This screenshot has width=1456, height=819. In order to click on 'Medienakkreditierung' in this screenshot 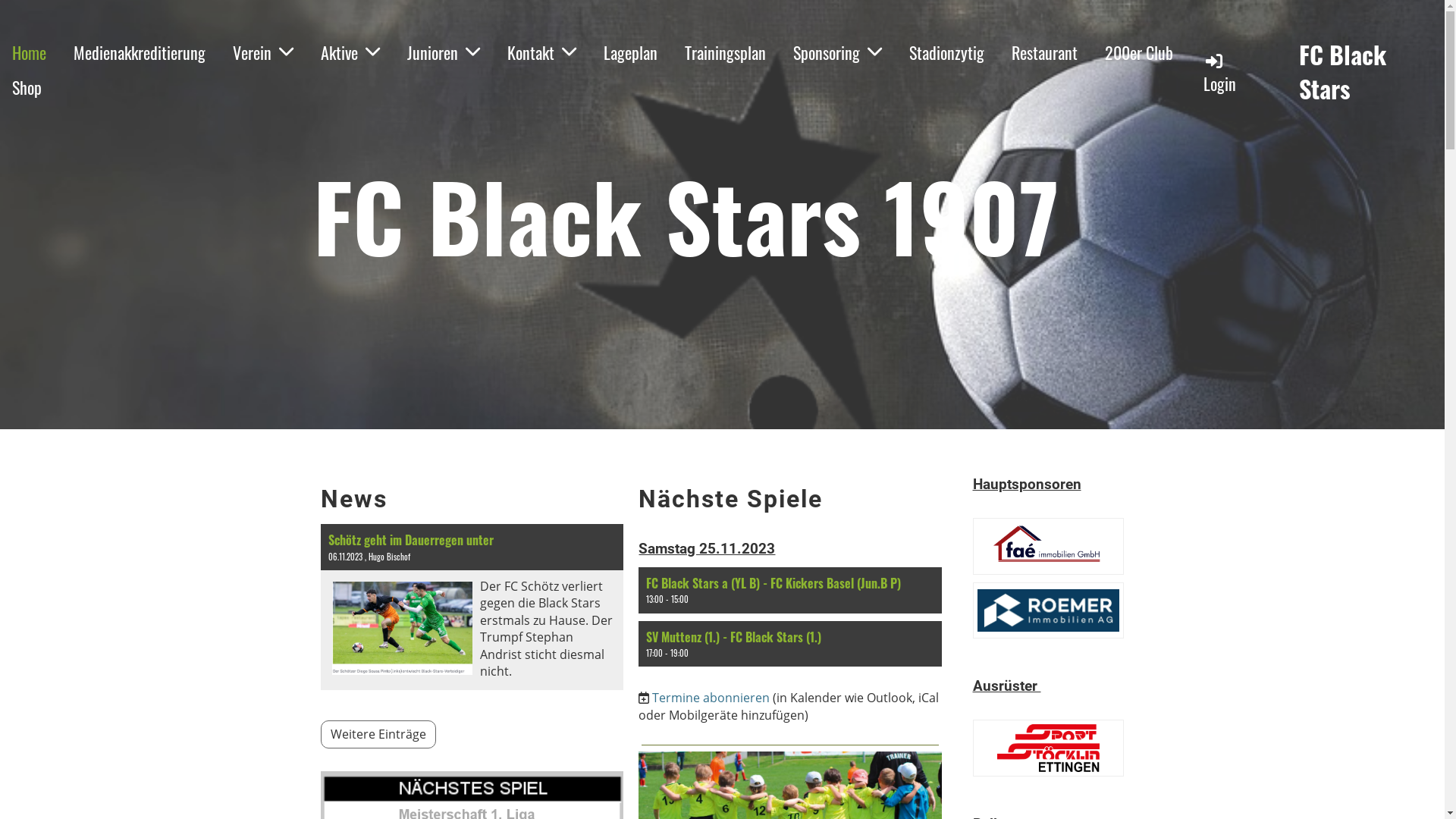, I will do `click(139, 52)`.